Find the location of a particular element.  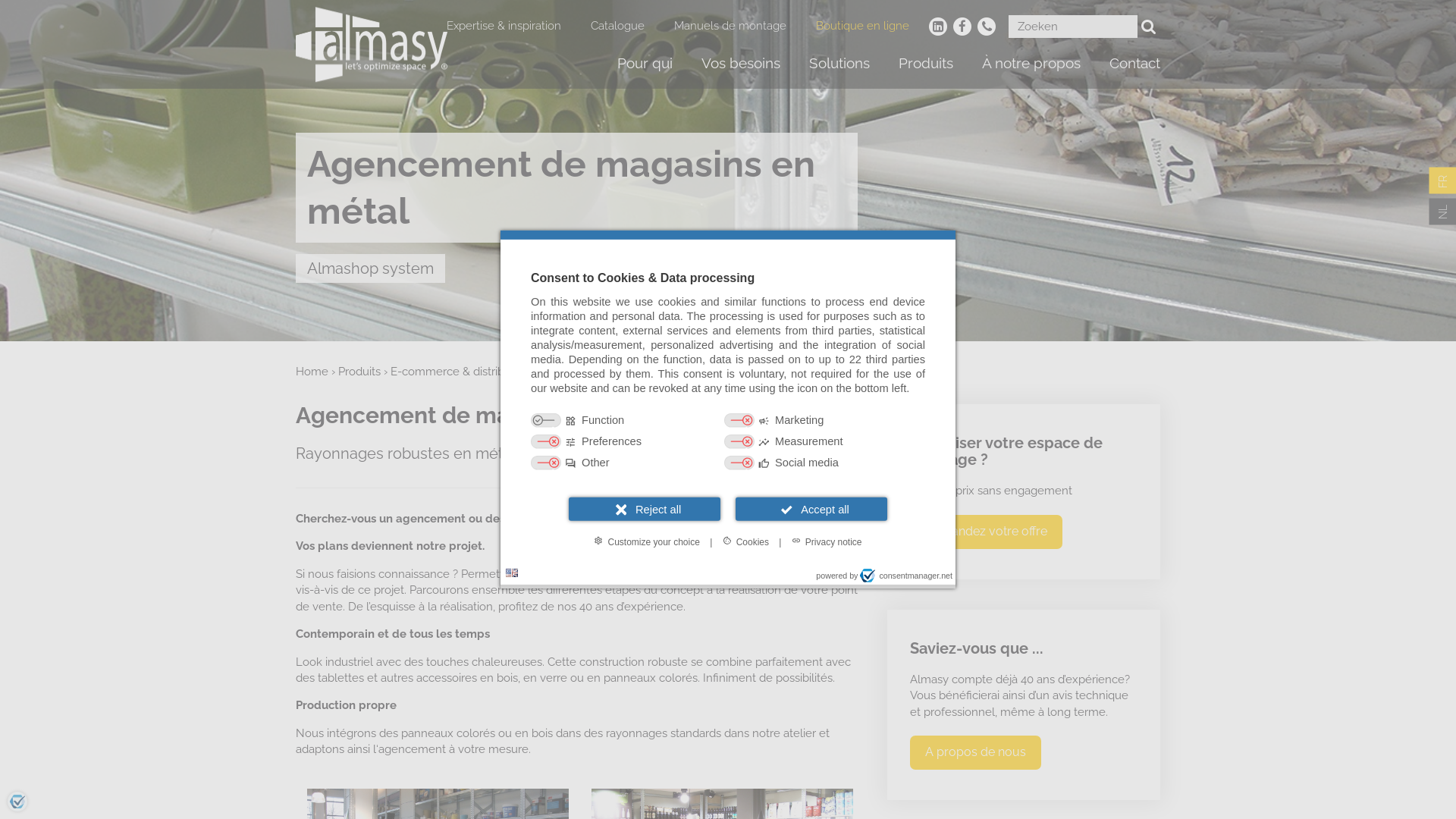

'Boutique en ligne' is located at coordinates (862, 26).